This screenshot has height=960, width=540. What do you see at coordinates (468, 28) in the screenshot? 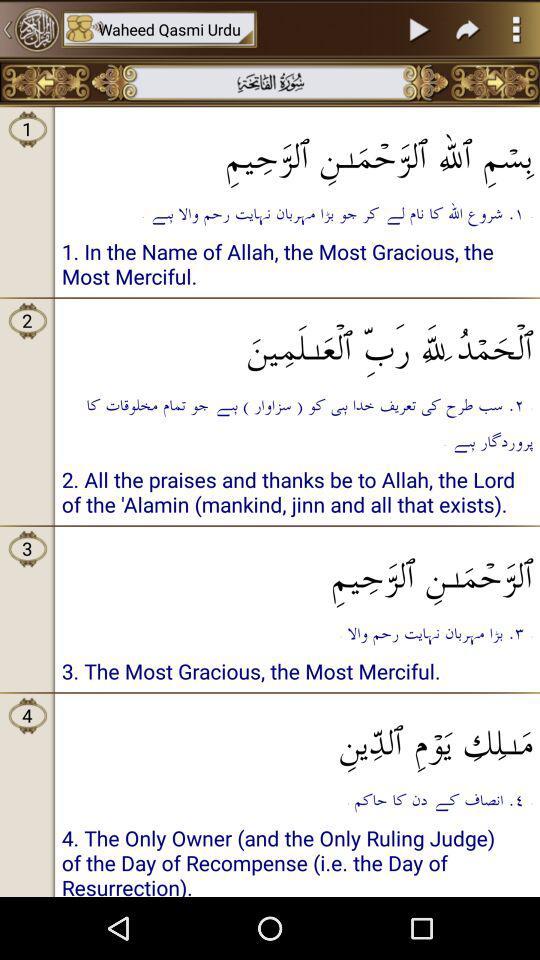
I see `forward` at bounding box center [468, 28].